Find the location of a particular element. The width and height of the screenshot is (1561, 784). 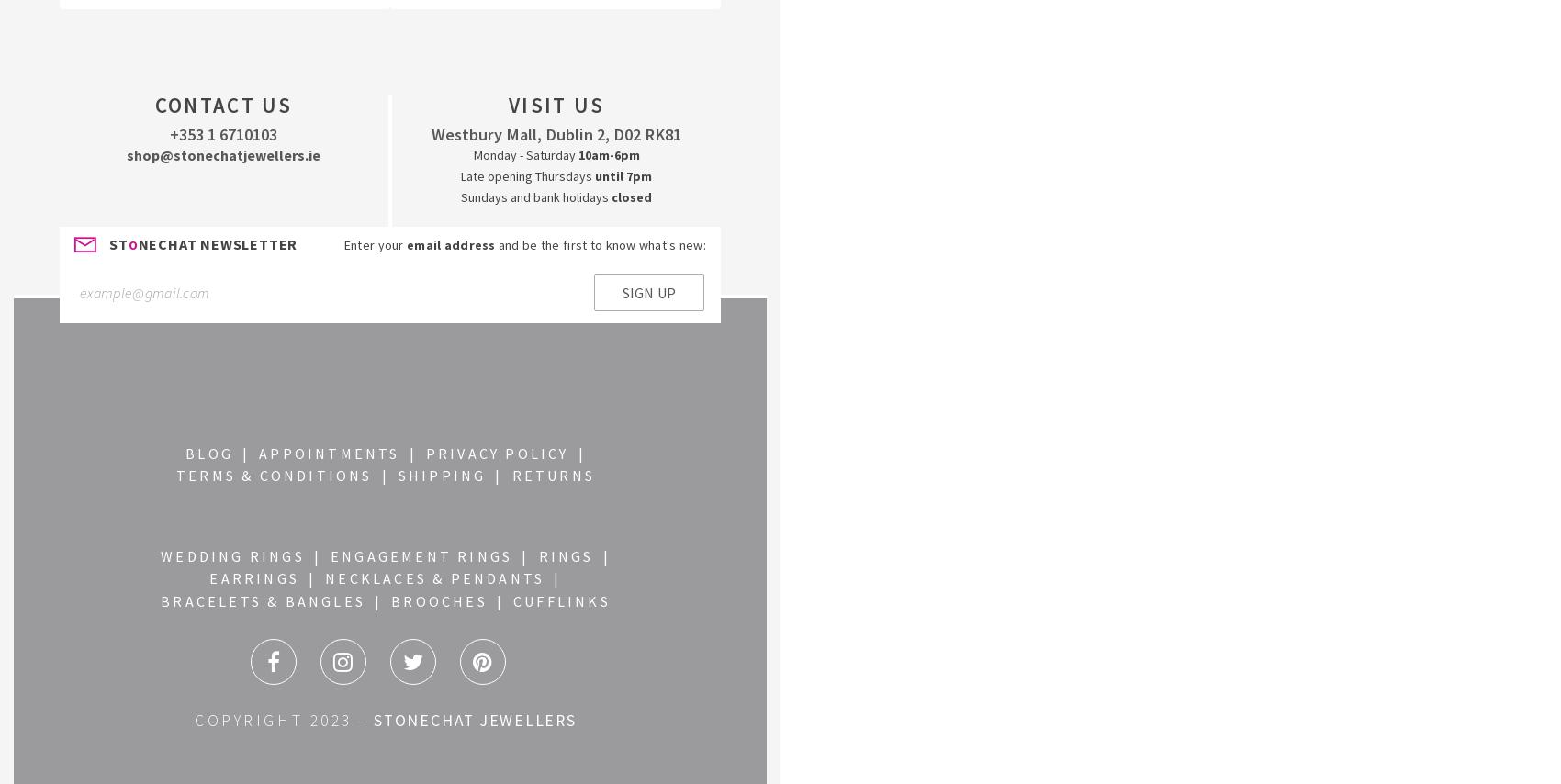

'until 7pm' is located at coordinates (595, 174).